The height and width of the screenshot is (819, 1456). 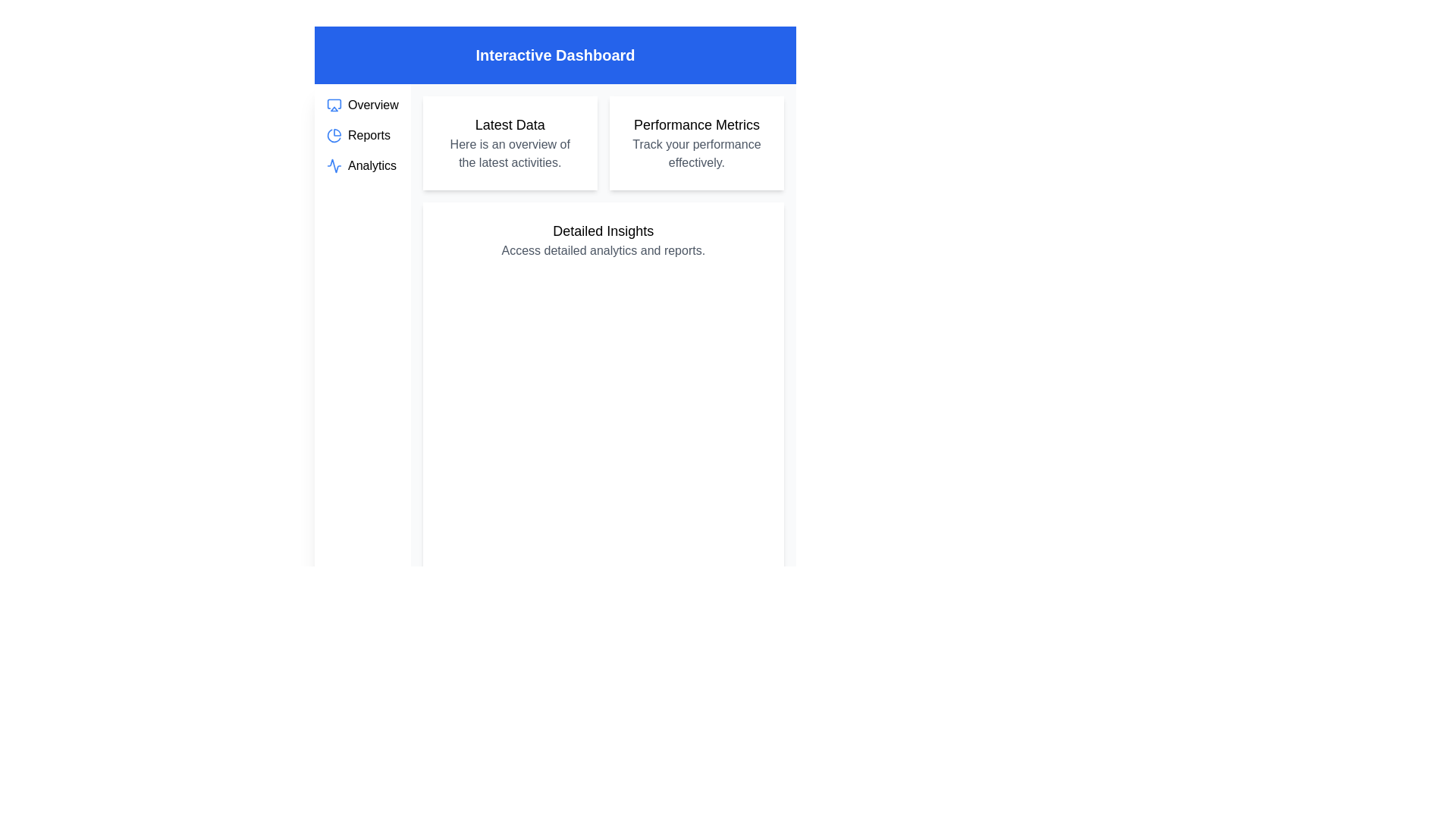 What do you see at coordinates (602, 250) in the screenshot?
I see `static text element that displays 'Access detailed analytics and reports.' positioned below the heading 'Detailed Insights'` at bounding box center [602, 250].